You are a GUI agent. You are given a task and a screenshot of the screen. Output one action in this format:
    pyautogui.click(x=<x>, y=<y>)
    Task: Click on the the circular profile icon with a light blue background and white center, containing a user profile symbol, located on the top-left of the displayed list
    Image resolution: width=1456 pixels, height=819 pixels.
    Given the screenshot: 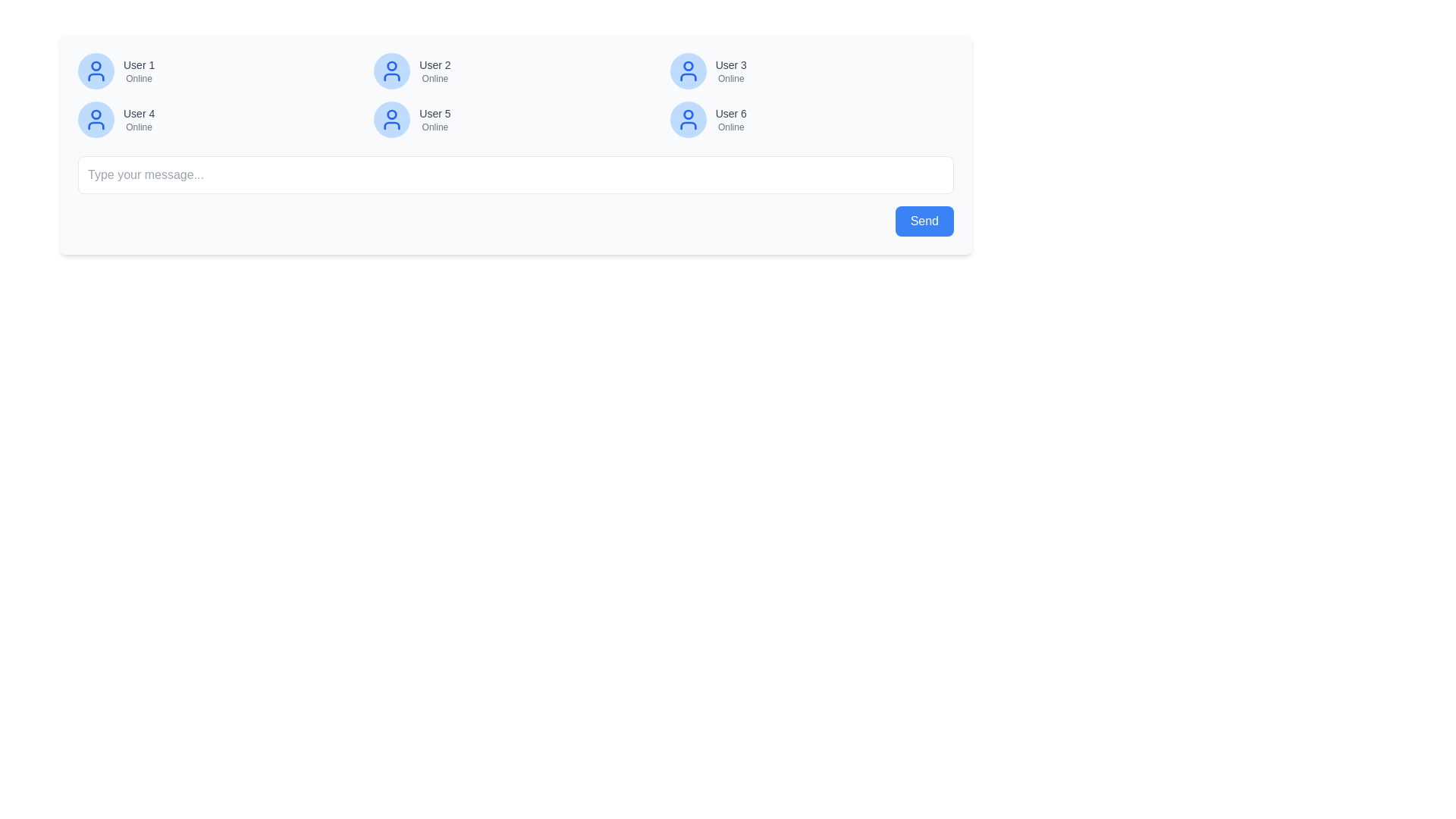 What is the action you would take?
    pyautogui.click(x=95, y=71)
    